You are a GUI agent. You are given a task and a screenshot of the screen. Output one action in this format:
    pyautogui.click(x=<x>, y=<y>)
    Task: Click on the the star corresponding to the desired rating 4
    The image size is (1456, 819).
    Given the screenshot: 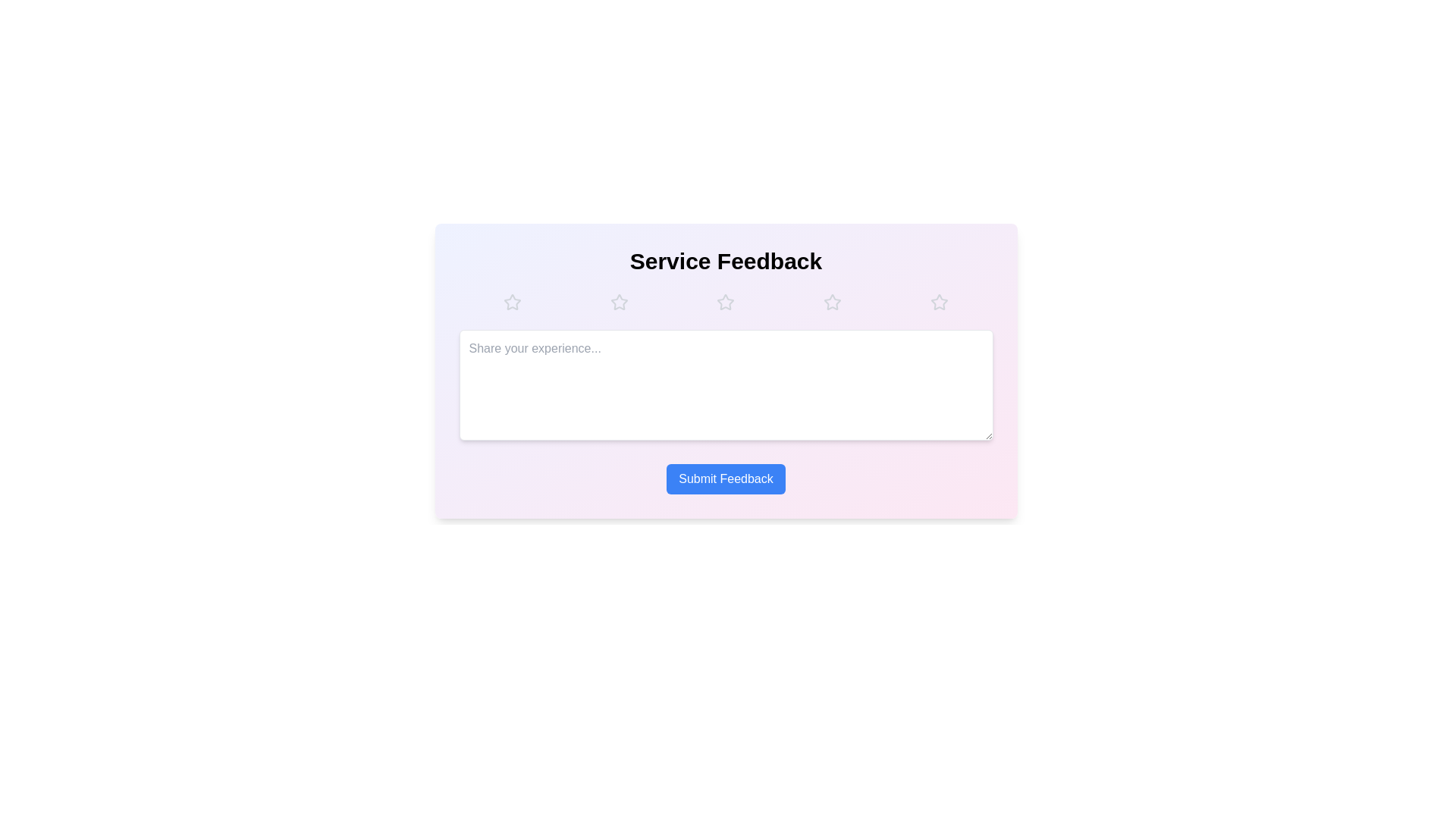 What is the action you would take?
    pyautogui.click(x=832, y=302)
    